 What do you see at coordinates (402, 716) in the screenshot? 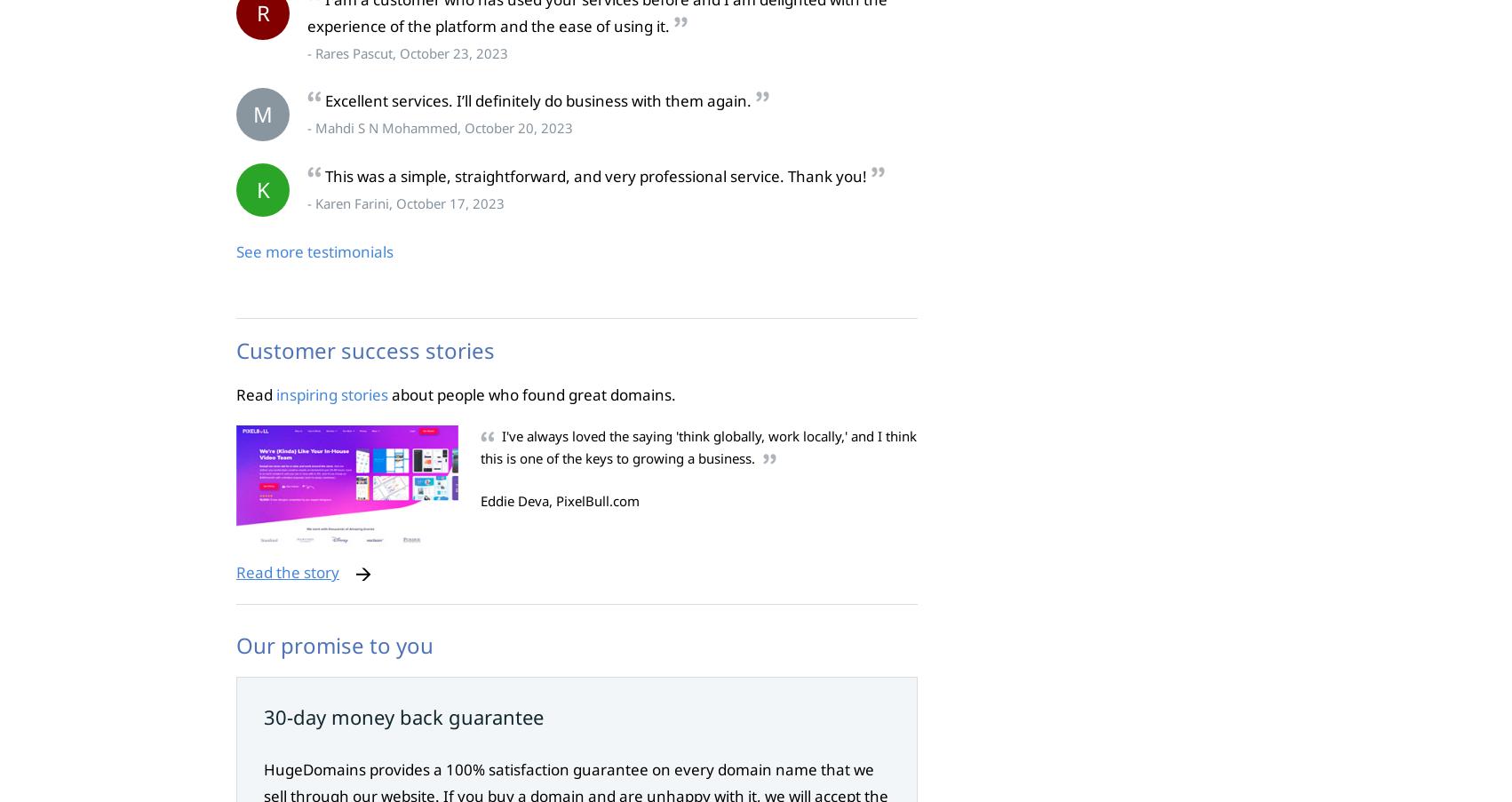
I see `'30-day money back guarantee'` at bounding box center [402, 716].